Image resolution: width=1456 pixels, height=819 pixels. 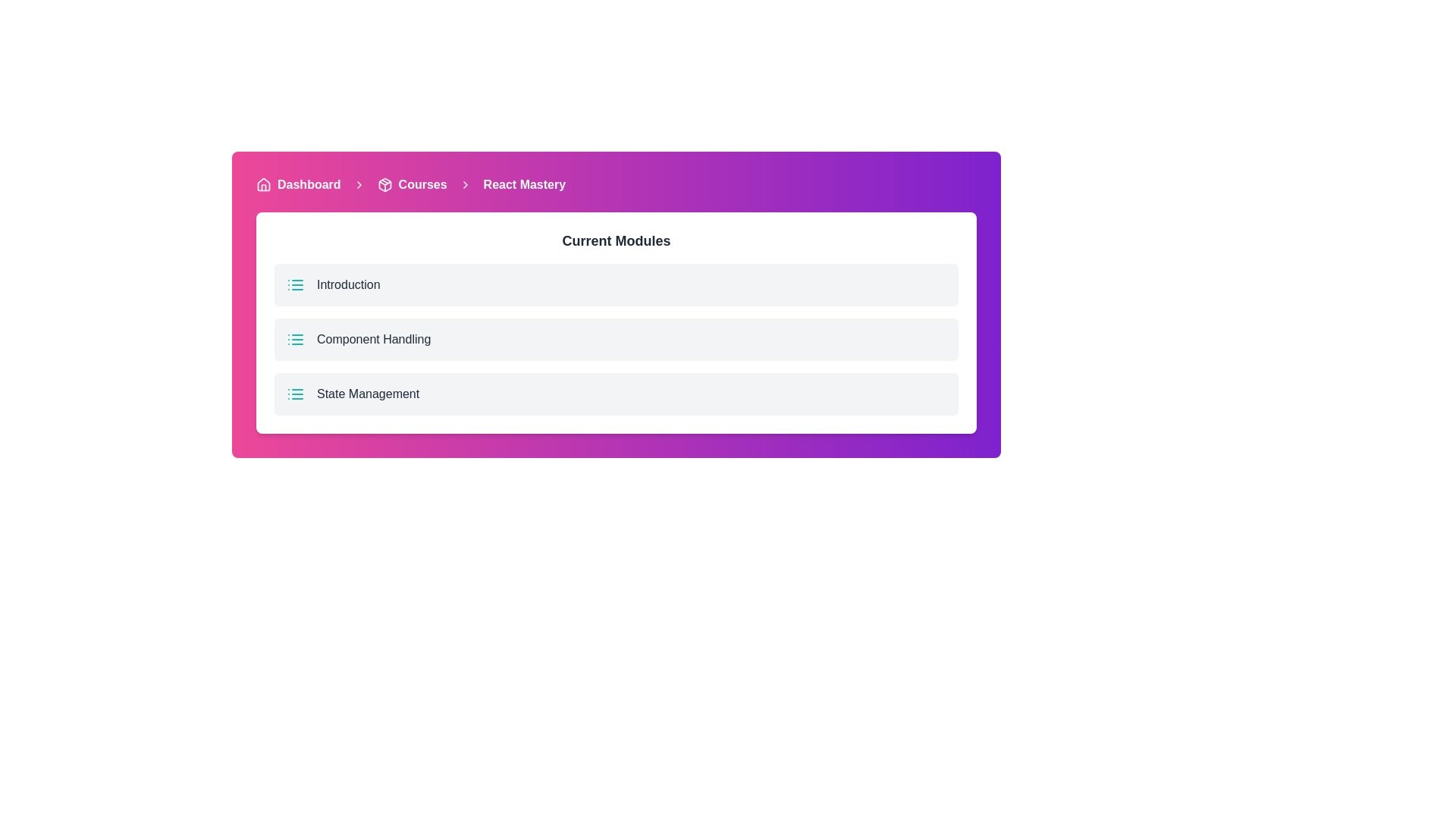 I want to click on the Breadcrumb navigation item representing 'Courses' in the header bar, so click(x=412, y=184).